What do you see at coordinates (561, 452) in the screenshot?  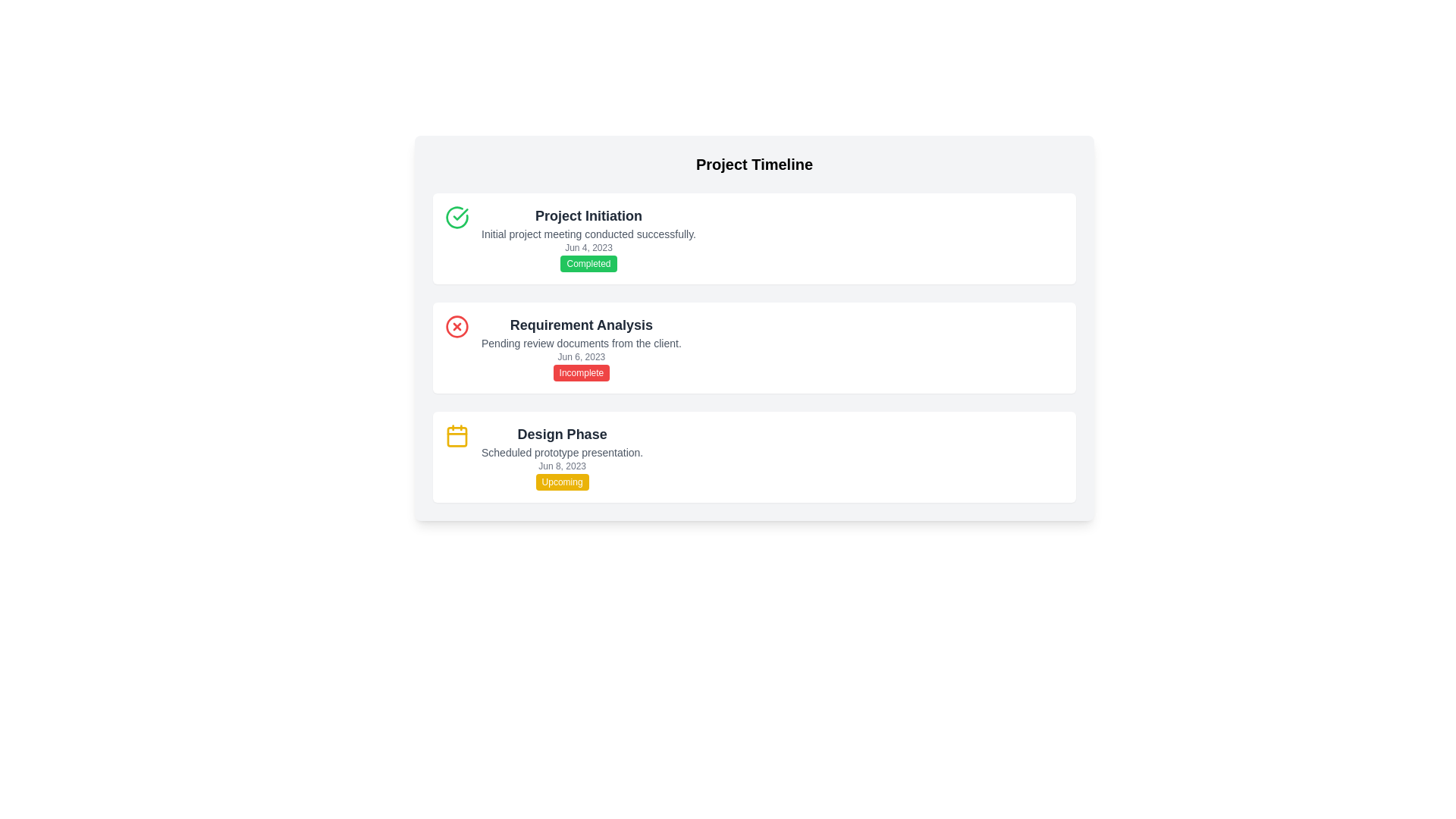 I see `the text element that says 'Scheduled prototype presentation.' located in the 'Design Phase' section of the timeline UI` at bounding box center [561, 452].